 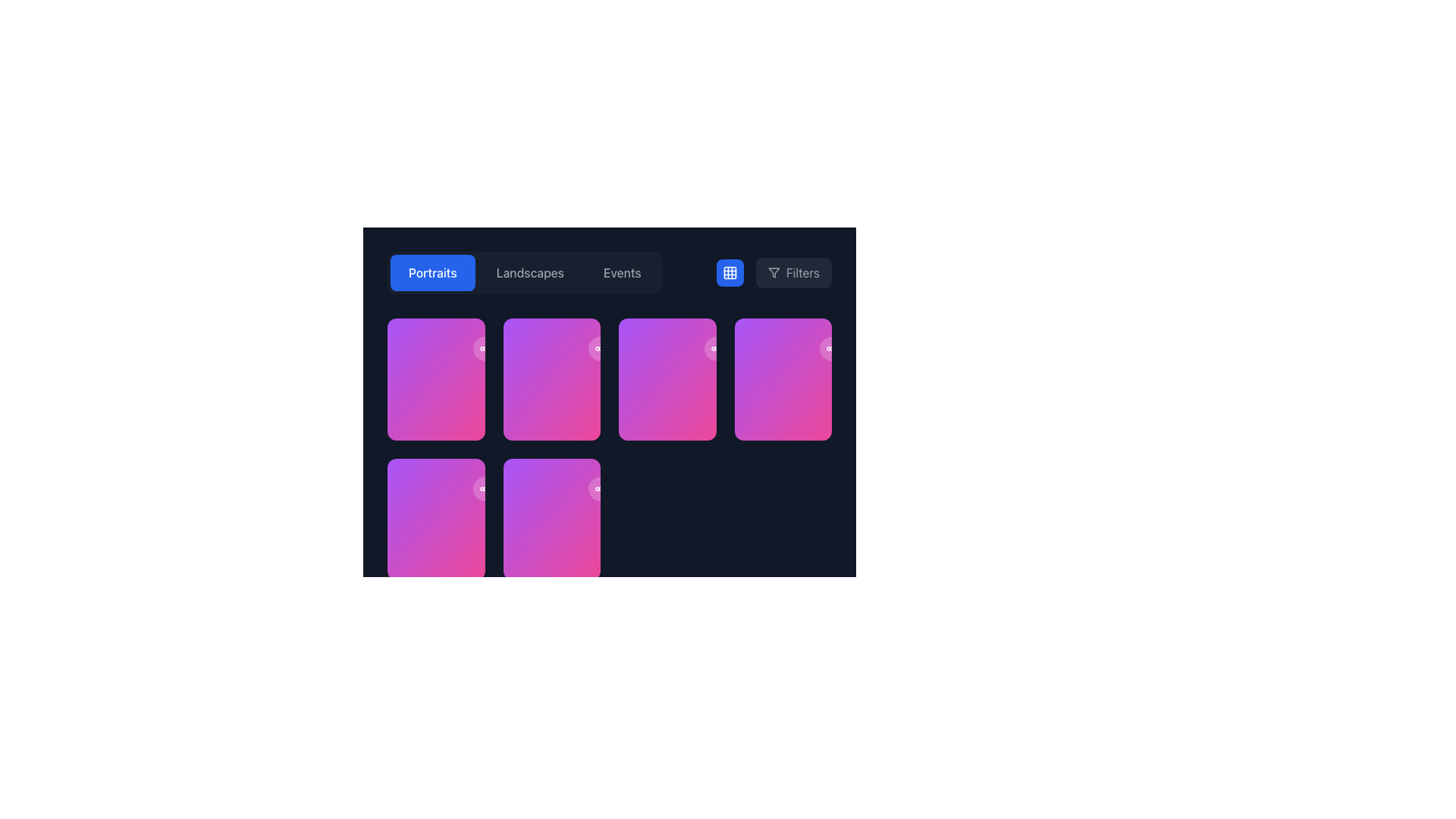 What do you see at coordinates (551, 522) in the screenshot?
I see `the Information display panel with a gradient pinkish-purple background, containing the text strings '1.8k' and '9k', and icons of a red heart and a blue eye, located in the bottom section of the 'Natural Light' and 'Studio' card` at bounding box center [551, 522].